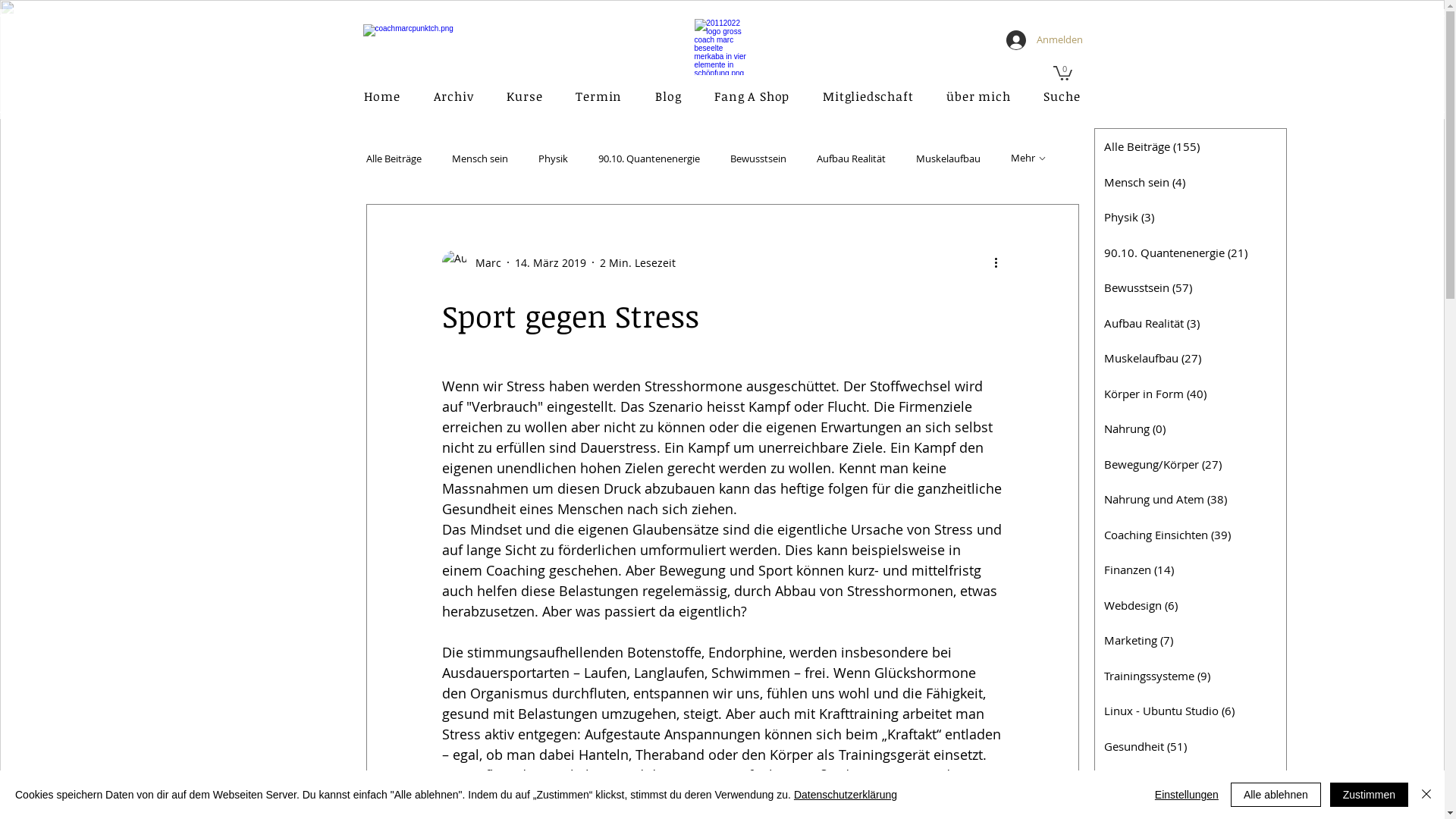  What do you see at coordinates (1369, 794) in the screenshot?
I see `'Zustimmen'` at bounding box center [1369, 794].